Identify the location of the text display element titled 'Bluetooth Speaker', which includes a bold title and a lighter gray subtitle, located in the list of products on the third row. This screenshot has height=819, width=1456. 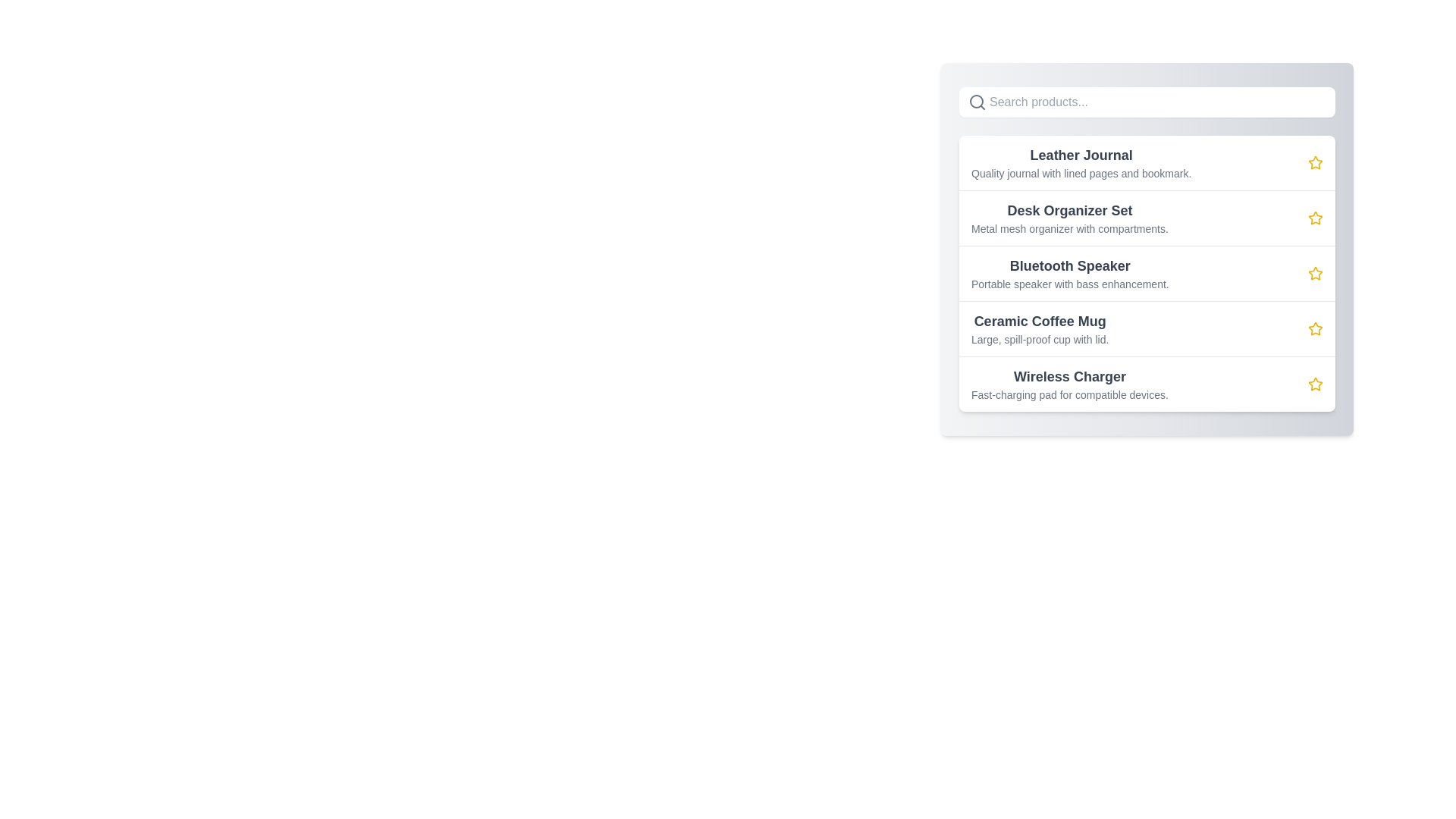
(1069, 274).